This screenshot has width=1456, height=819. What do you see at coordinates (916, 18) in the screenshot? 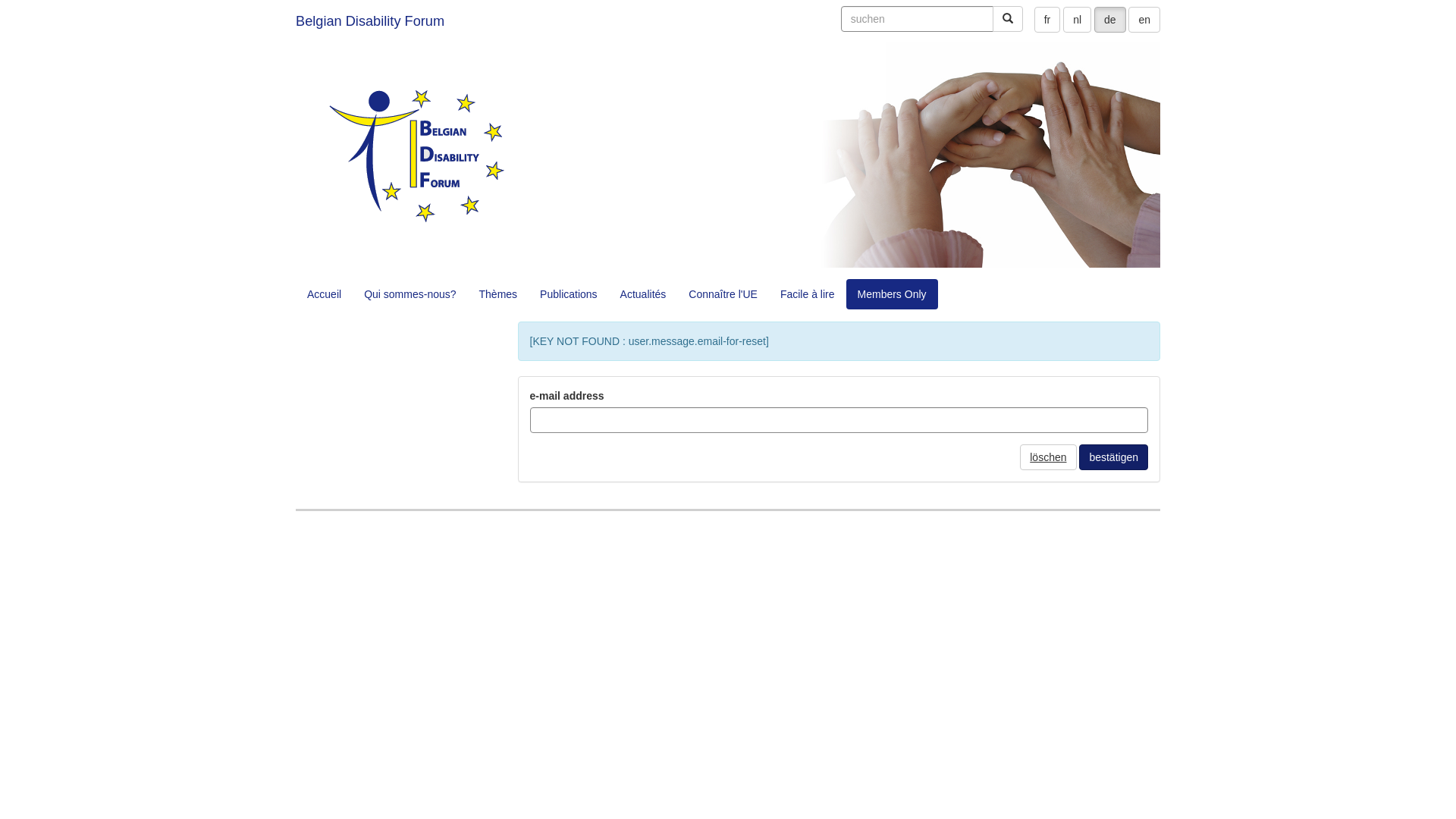
I see `'suchen'` at bounding box center [916, 18].